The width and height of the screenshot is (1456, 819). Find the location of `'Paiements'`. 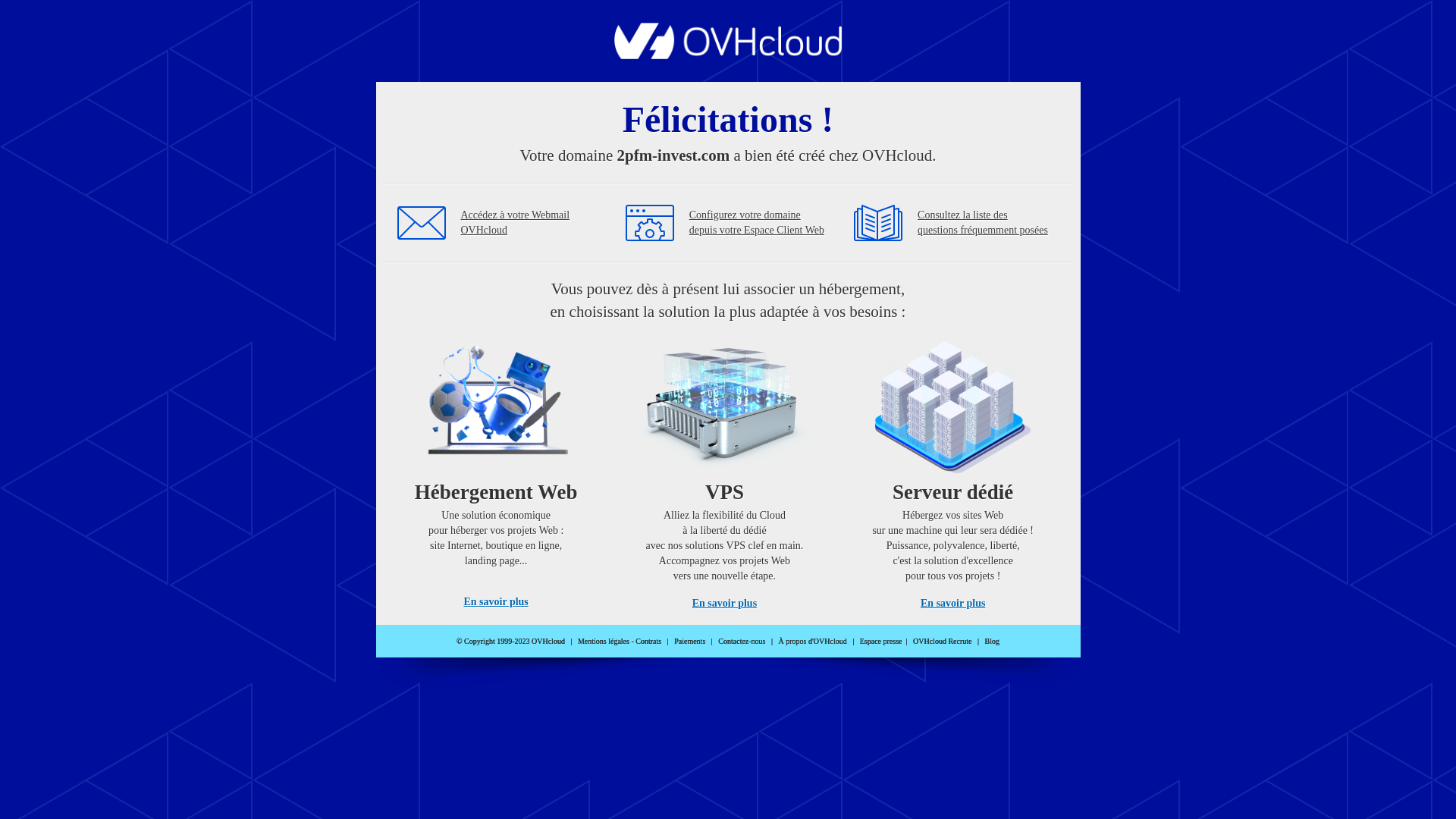

'Paiements' is located at coordinates (673, 641).